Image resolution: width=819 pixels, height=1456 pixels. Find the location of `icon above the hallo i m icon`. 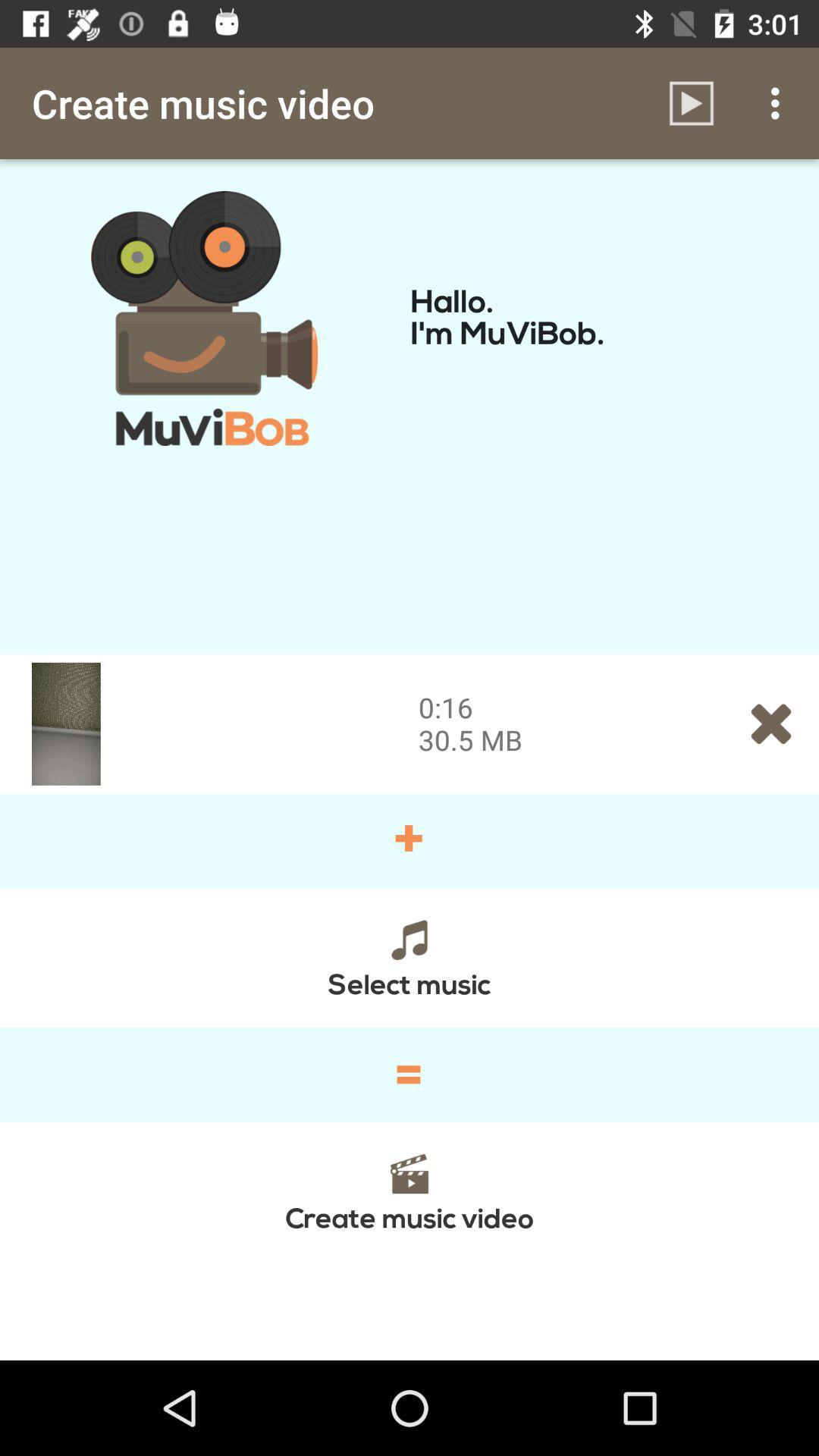

icon above the hallo i m icon is located at coordinates (691, 102).